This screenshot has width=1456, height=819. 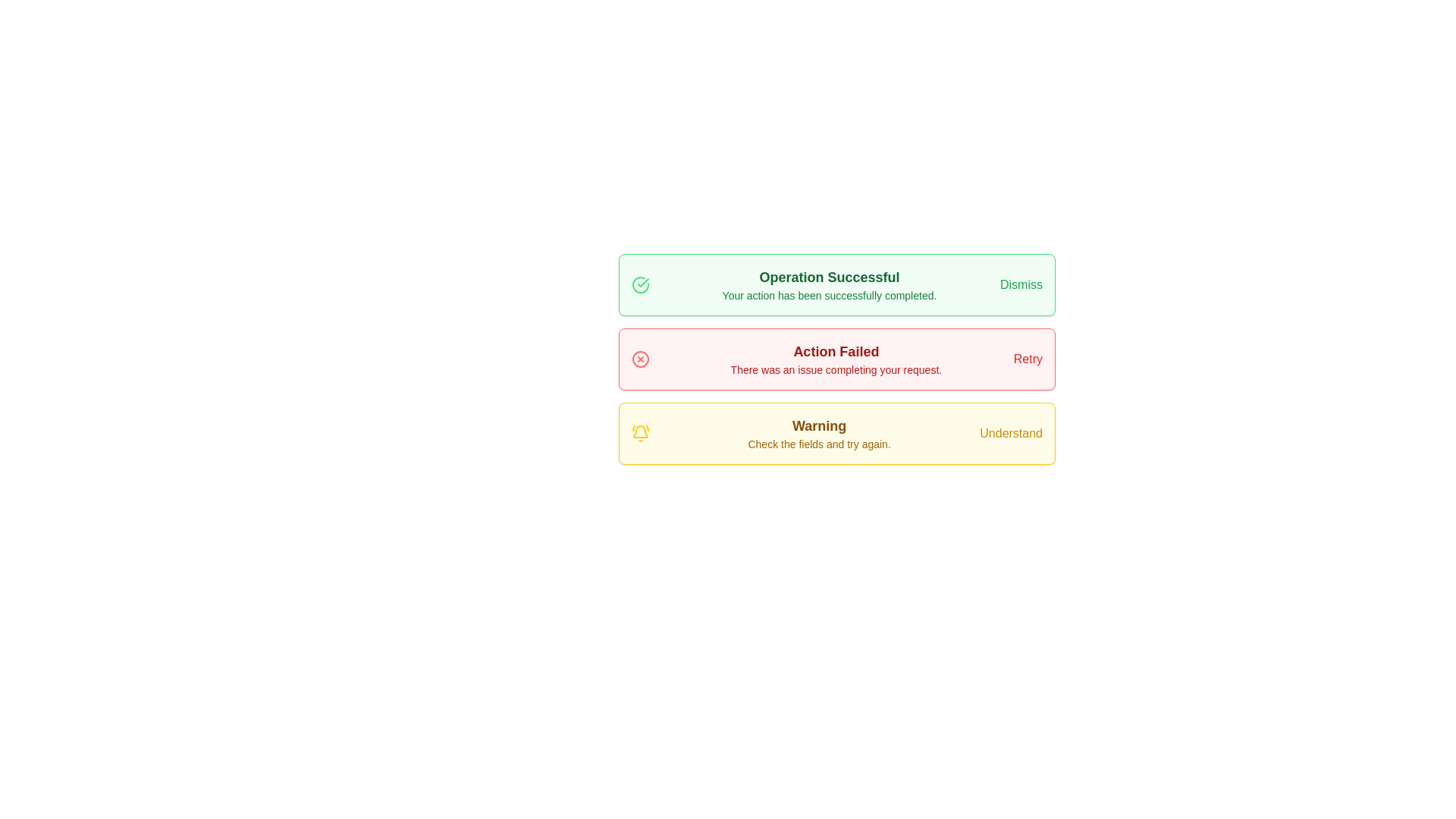 I want to click on message text that informs the user about specific issues and encourages them to verify input fields, located below the 'Warning' header and within the yellow background notification group, so click(x=818, y=444).